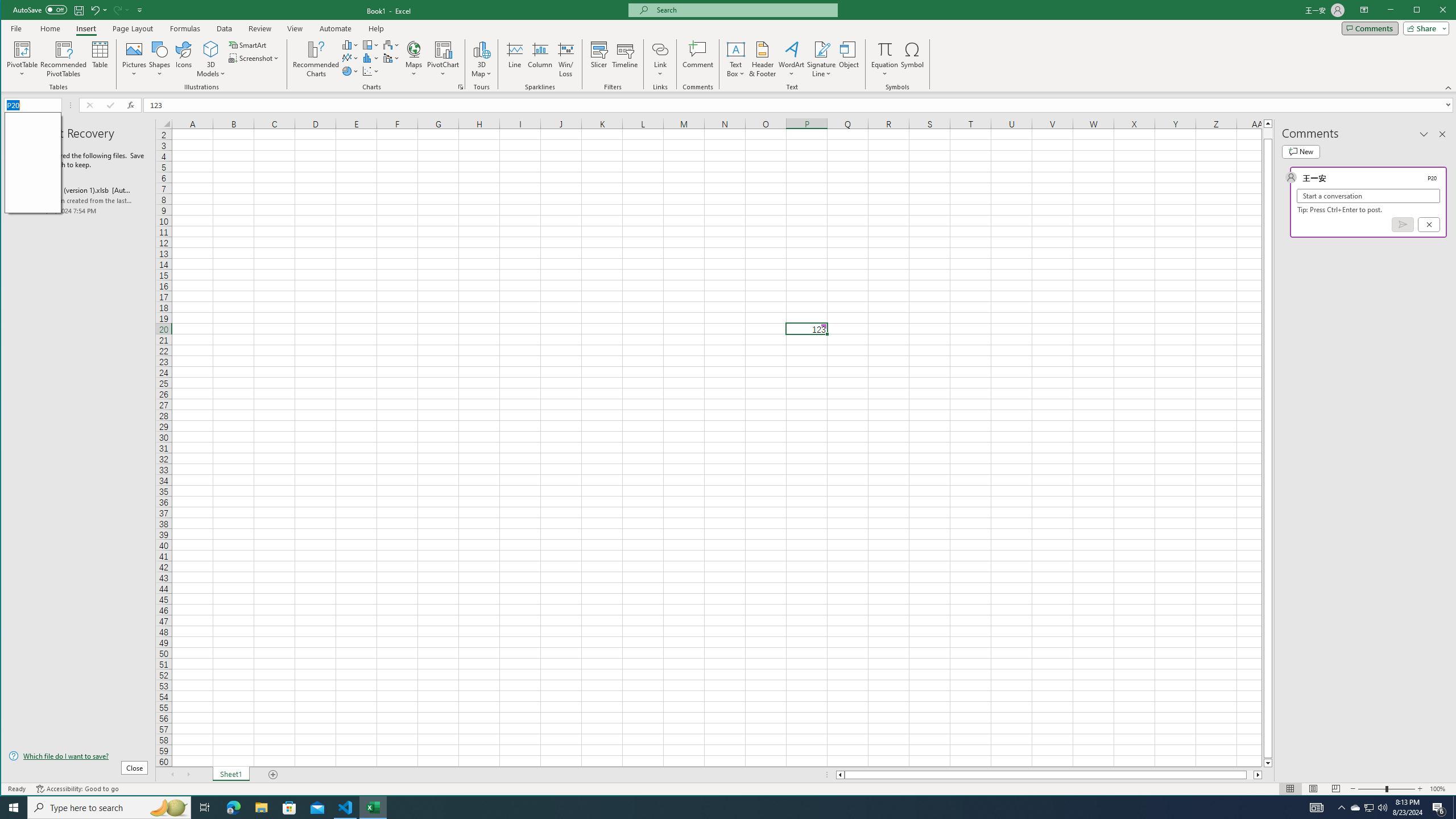 The width and height of the screenshot is (1456, 819). I want to click on 'Type here to search', so click(109, 806).